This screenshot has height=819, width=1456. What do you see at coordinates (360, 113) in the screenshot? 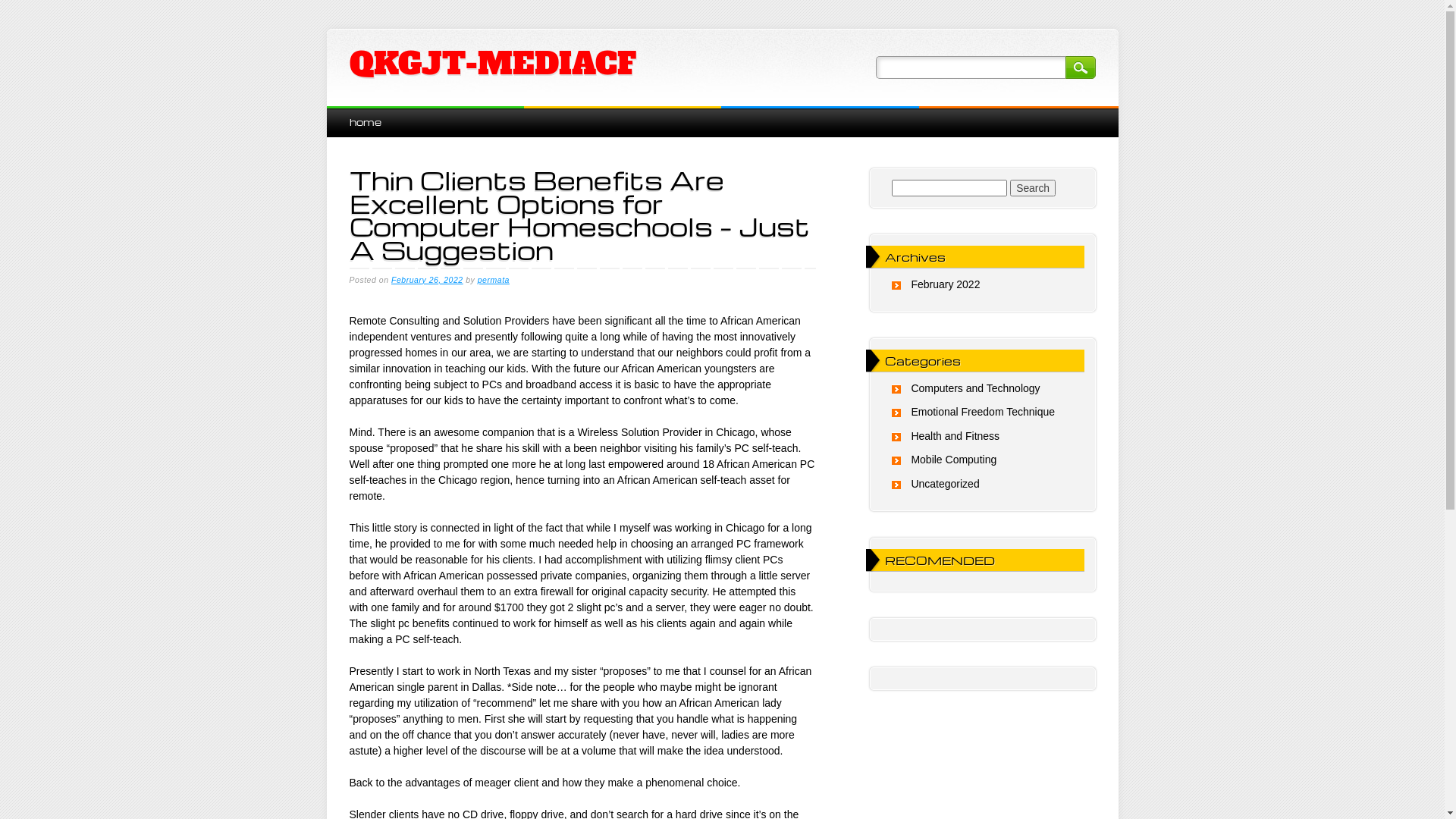
I see `'Skip to content'` at bounding box center [360, 113].